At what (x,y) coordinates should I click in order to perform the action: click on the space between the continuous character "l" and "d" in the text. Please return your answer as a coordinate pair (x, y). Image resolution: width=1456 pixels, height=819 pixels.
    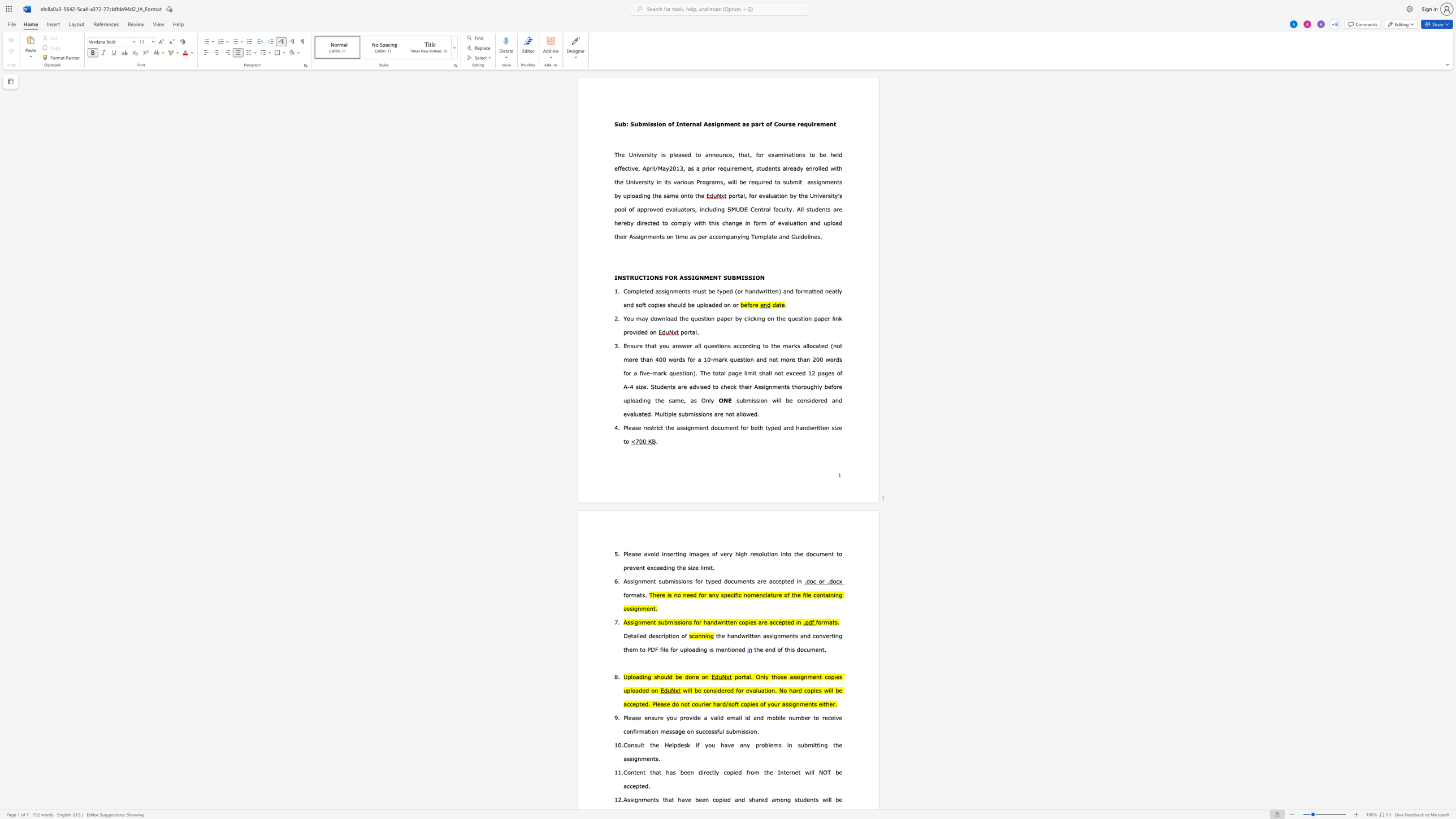
    Looking at the image, I should click on (839, 154).